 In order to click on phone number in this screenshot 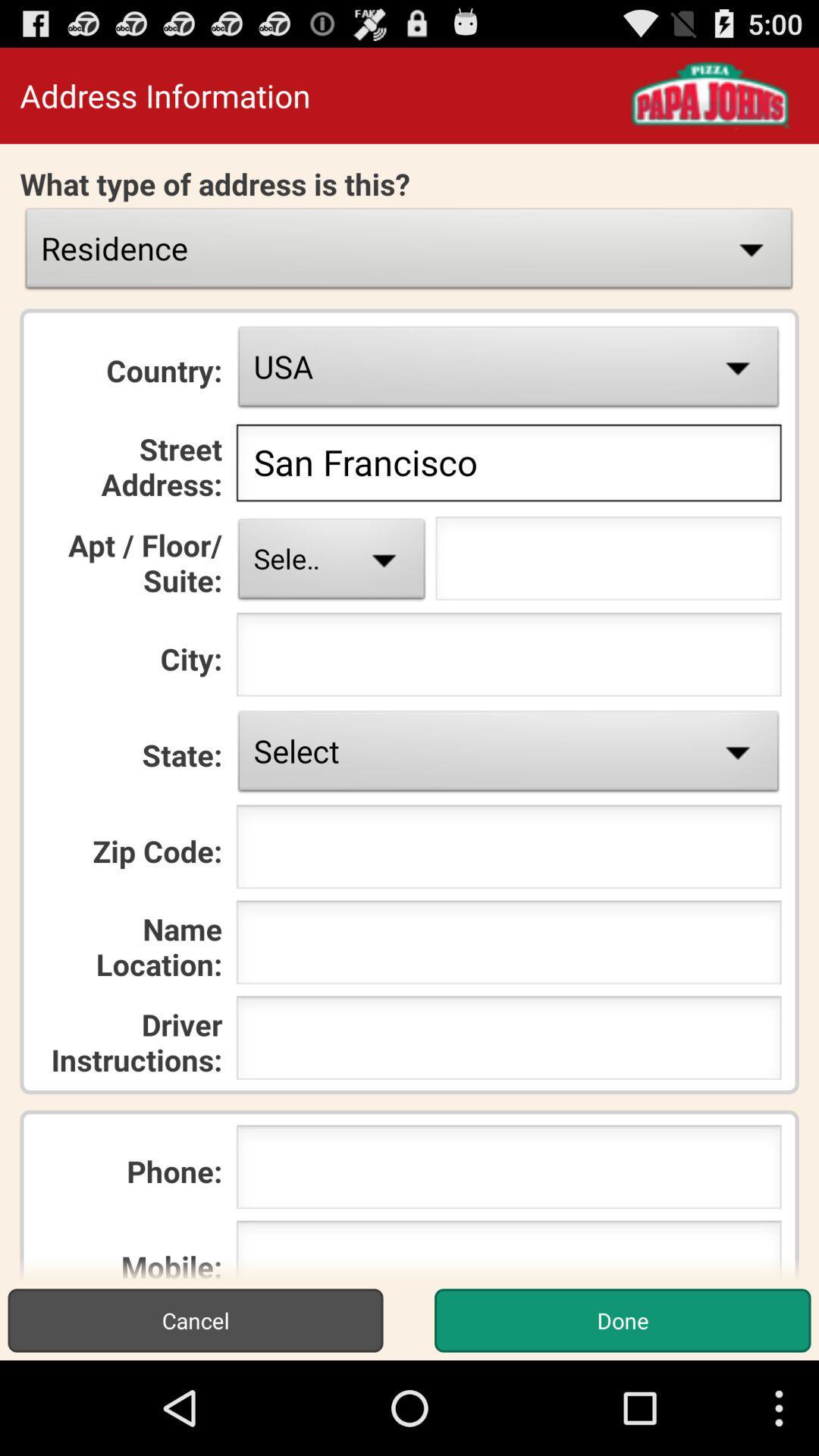, I will do `click(509, 1171)`.